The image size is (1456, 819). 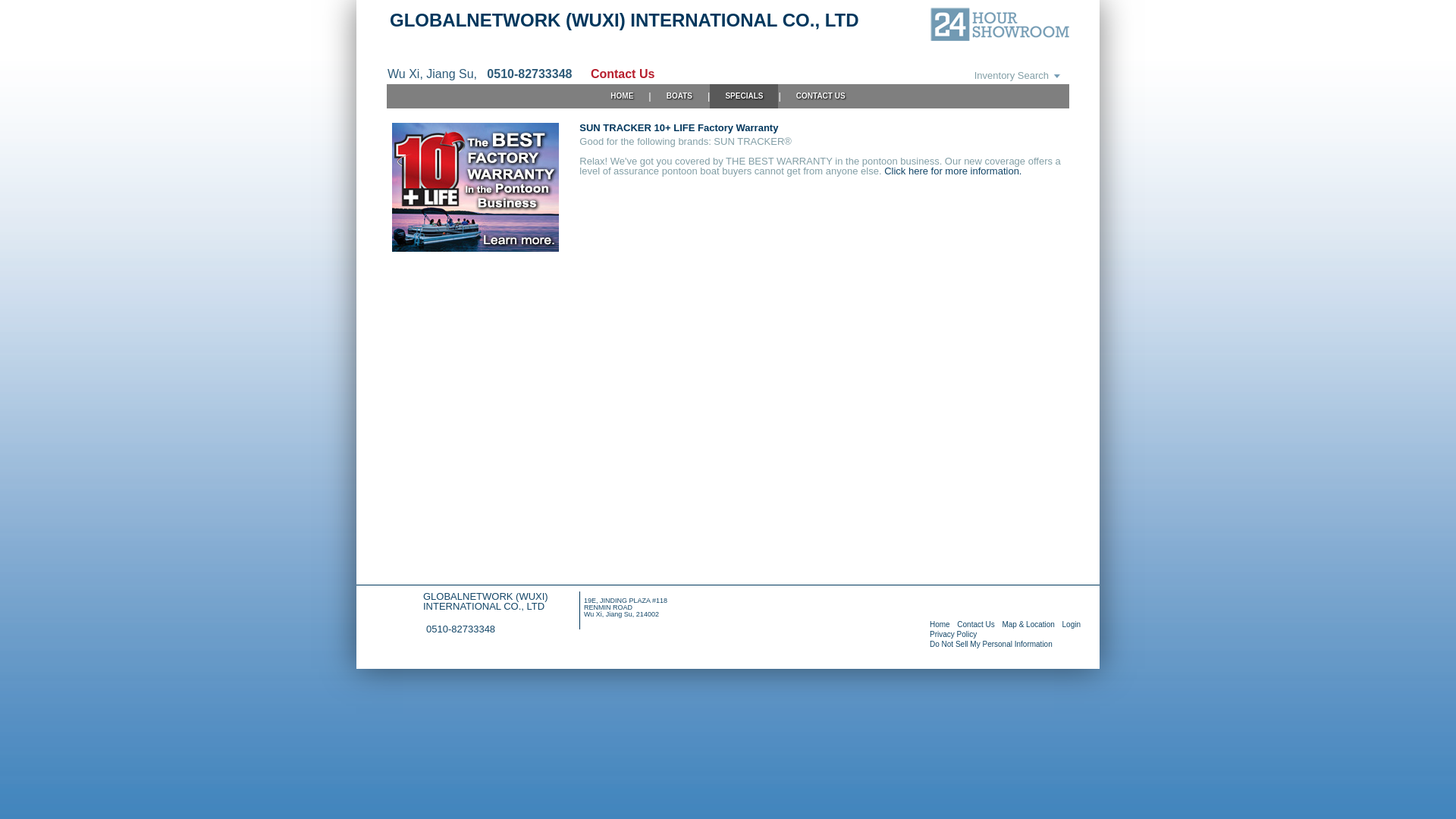 What do you see at coordinates (622, 96) in the screenshot?
I see `'HOME'` at bounding box center [622, 96].